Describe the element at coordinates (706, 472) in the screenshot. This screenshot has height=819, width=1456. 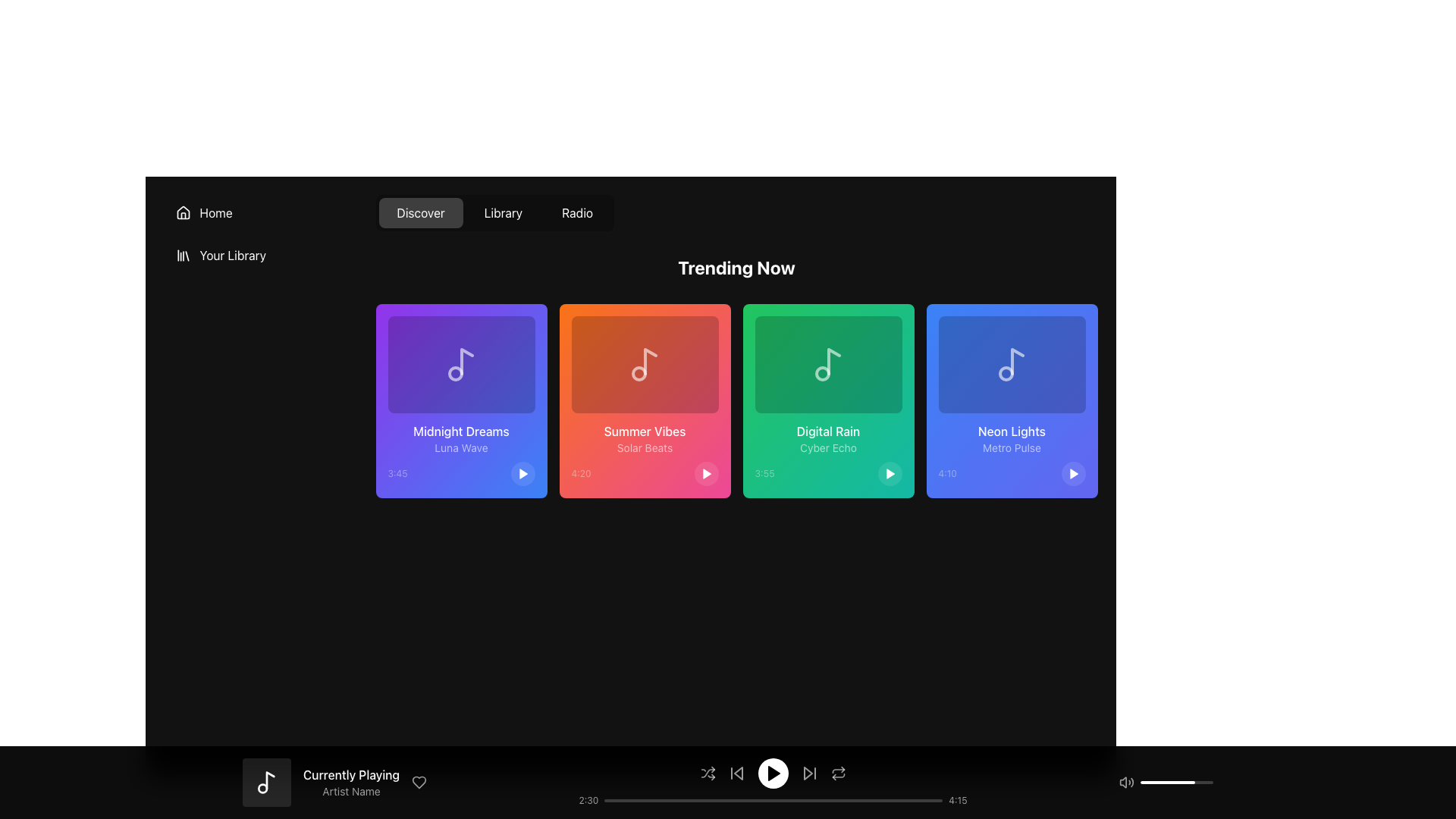
I see `the play icon button located in the lower-right corner of the 'Summer Vibes' card within the 'Trending Now' section` at that location.